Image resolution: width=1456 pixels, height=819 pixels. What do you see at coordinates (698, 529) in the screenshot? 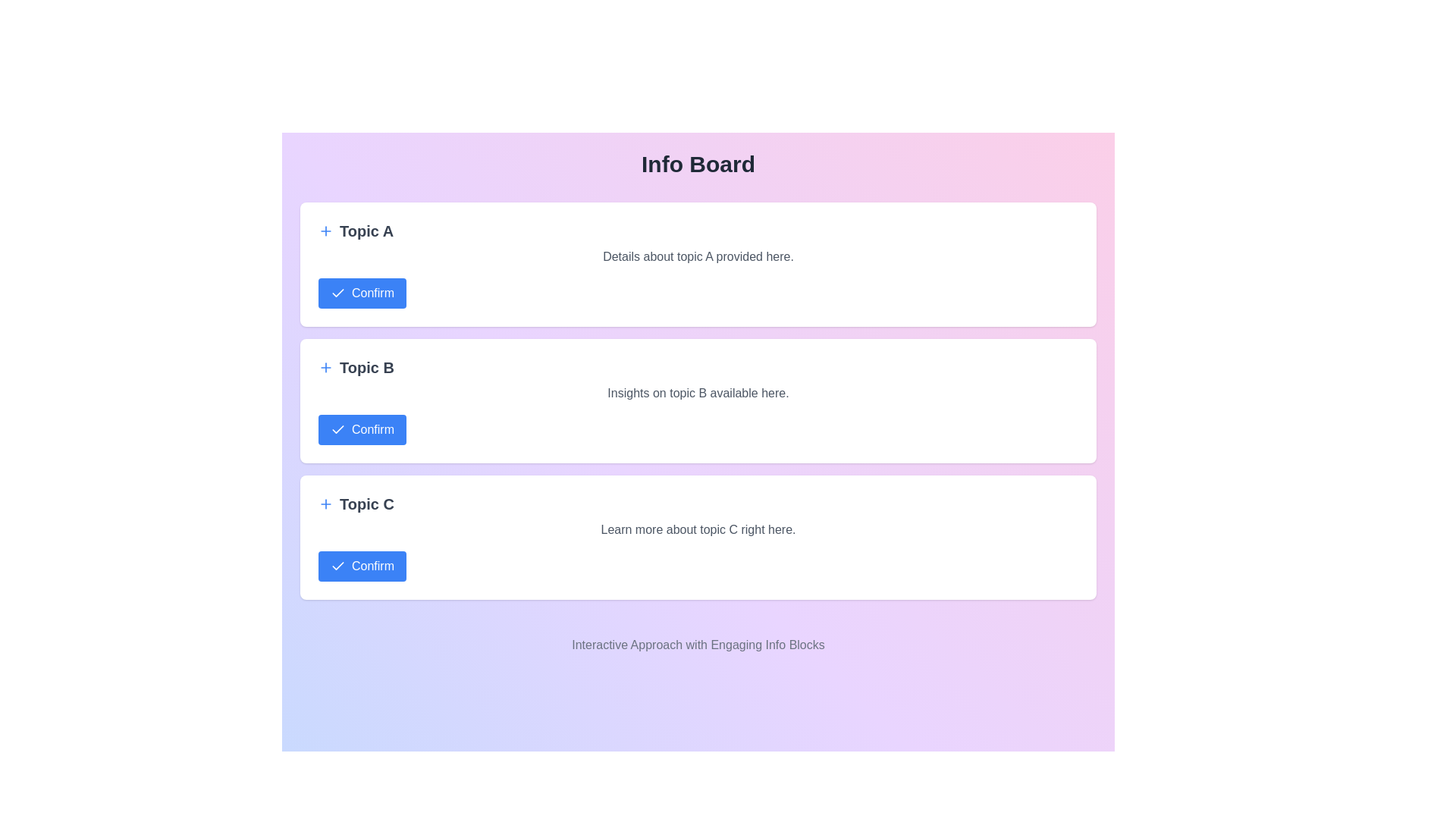
I see `the static text element displaying 'Learn more about topic C right here.' located within the 'Topic C' block, below the title 'Topic C' and the '+' icon` at bounding box center [698, 529].